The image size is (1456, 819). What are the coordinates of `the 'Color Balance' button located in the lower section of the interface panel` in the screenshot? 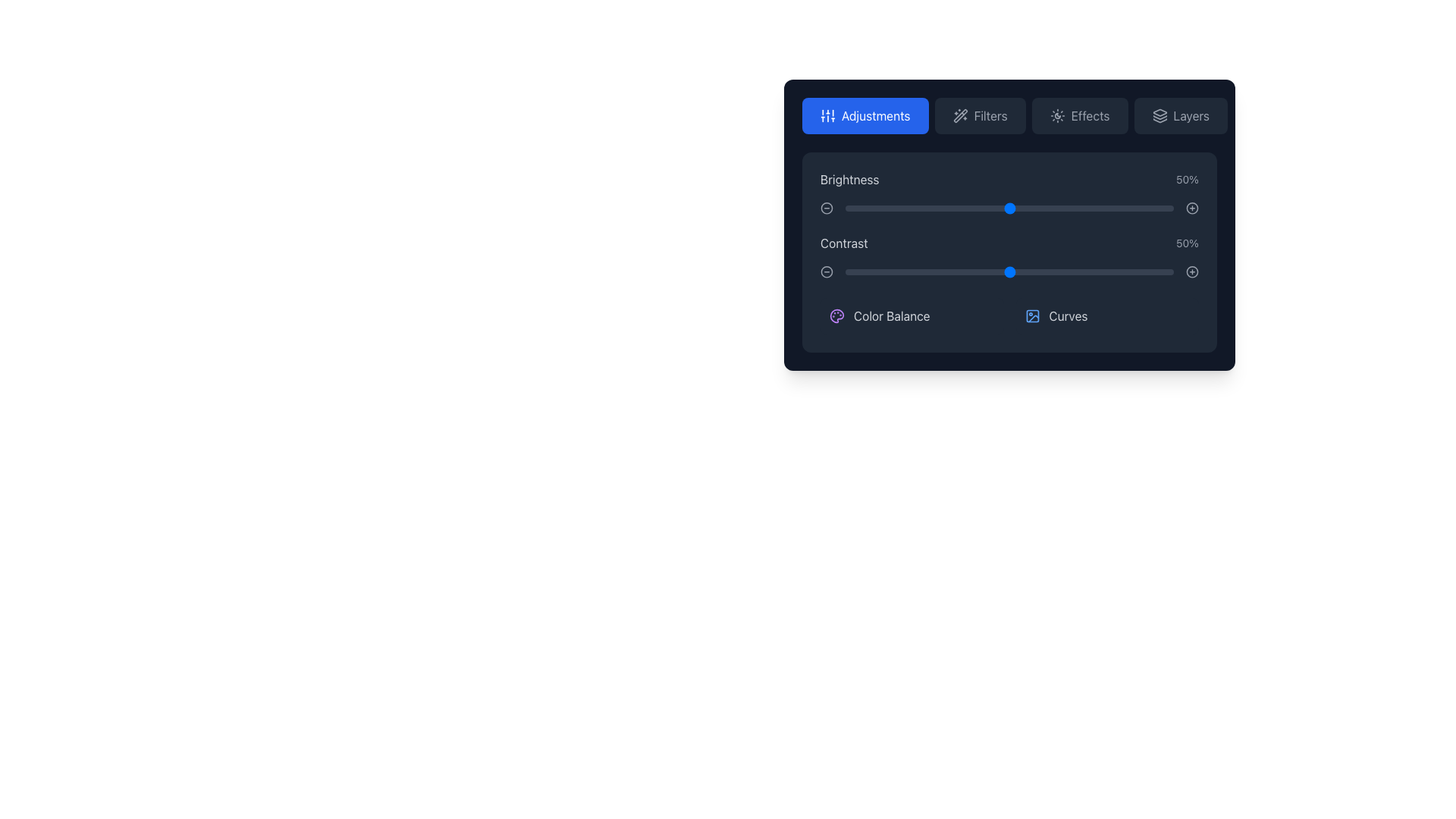 It's located at (911, 315).